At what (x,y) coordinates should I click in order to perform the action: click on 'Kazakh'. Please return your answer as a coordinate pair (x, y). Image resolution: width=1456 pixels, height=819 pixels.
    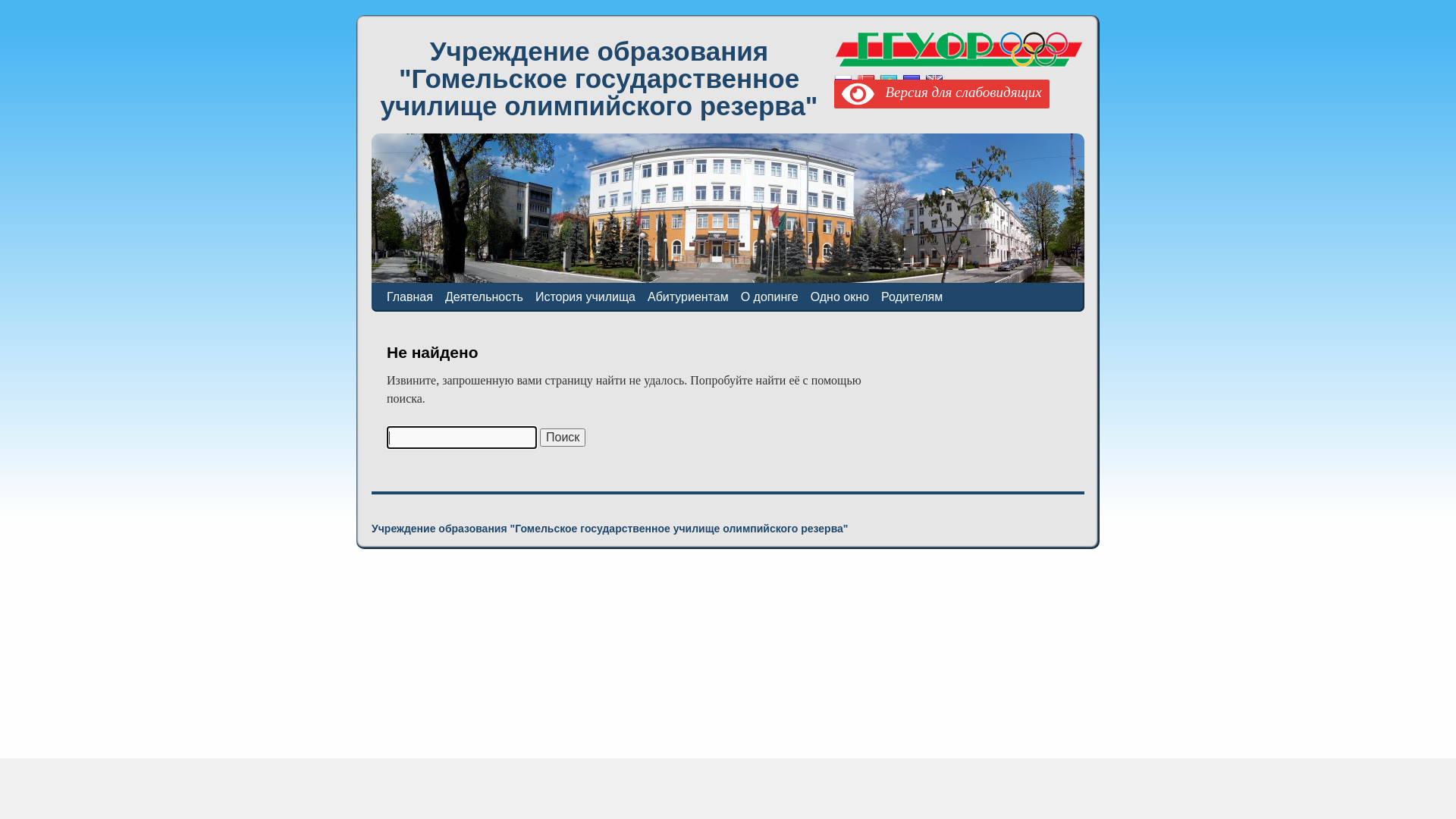
    Looking at the image, I should click on (880, 82).